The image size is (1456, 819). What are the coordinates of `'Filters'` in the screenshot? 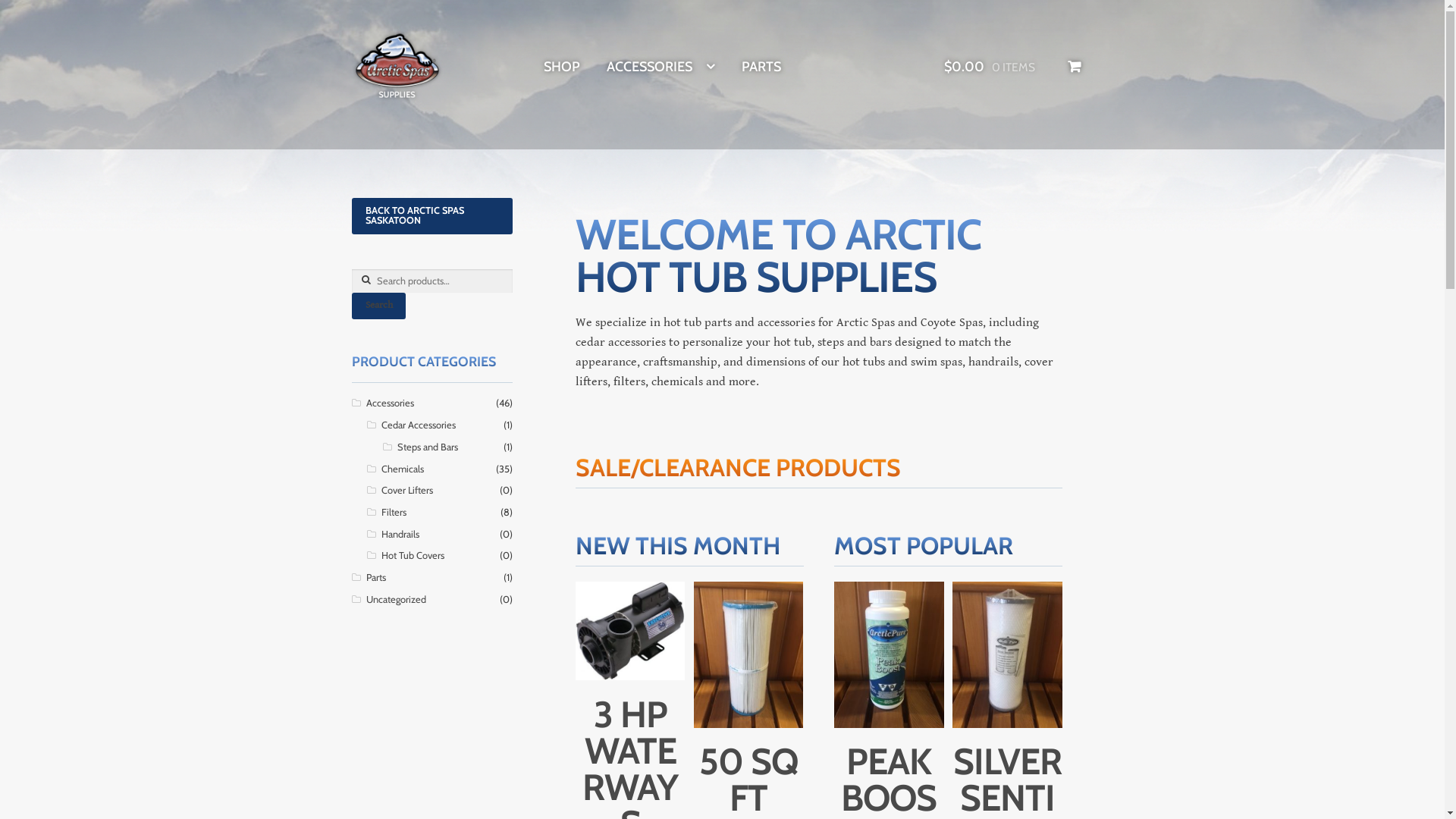 It's located at (394, 512).